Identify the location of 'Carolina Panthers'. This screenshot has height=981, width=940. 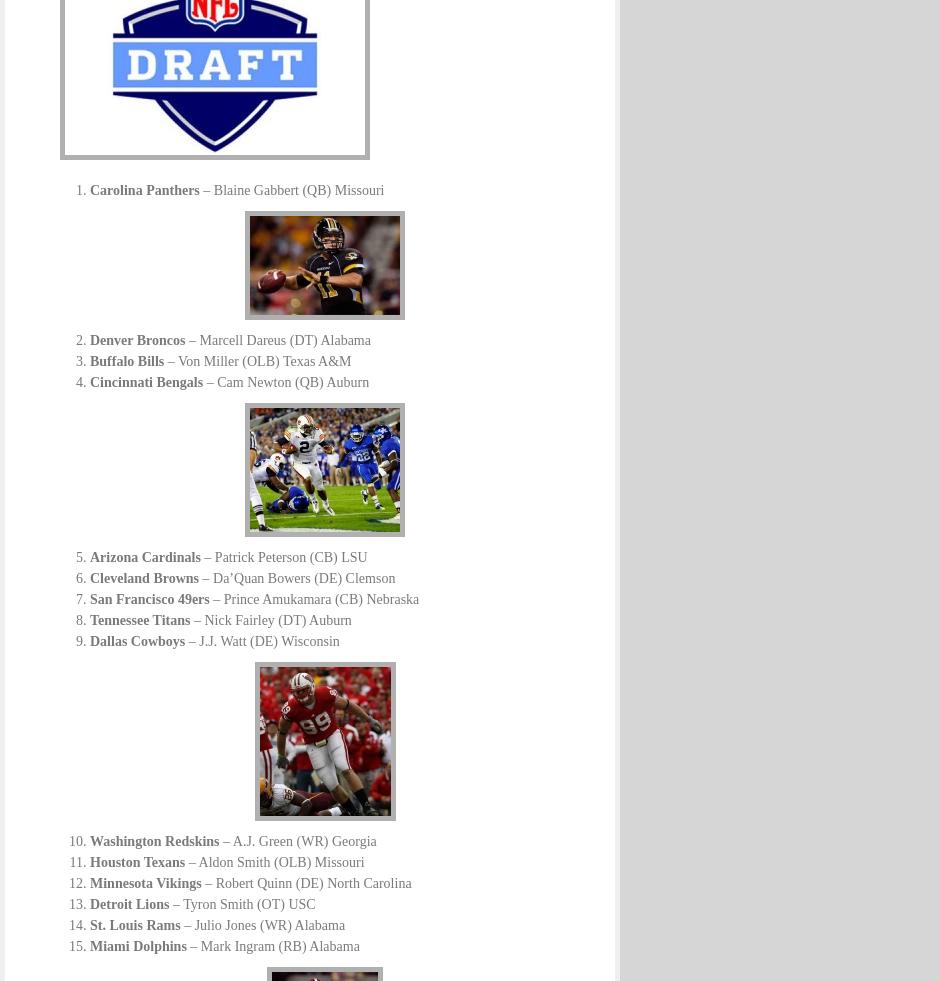
(143, 189).